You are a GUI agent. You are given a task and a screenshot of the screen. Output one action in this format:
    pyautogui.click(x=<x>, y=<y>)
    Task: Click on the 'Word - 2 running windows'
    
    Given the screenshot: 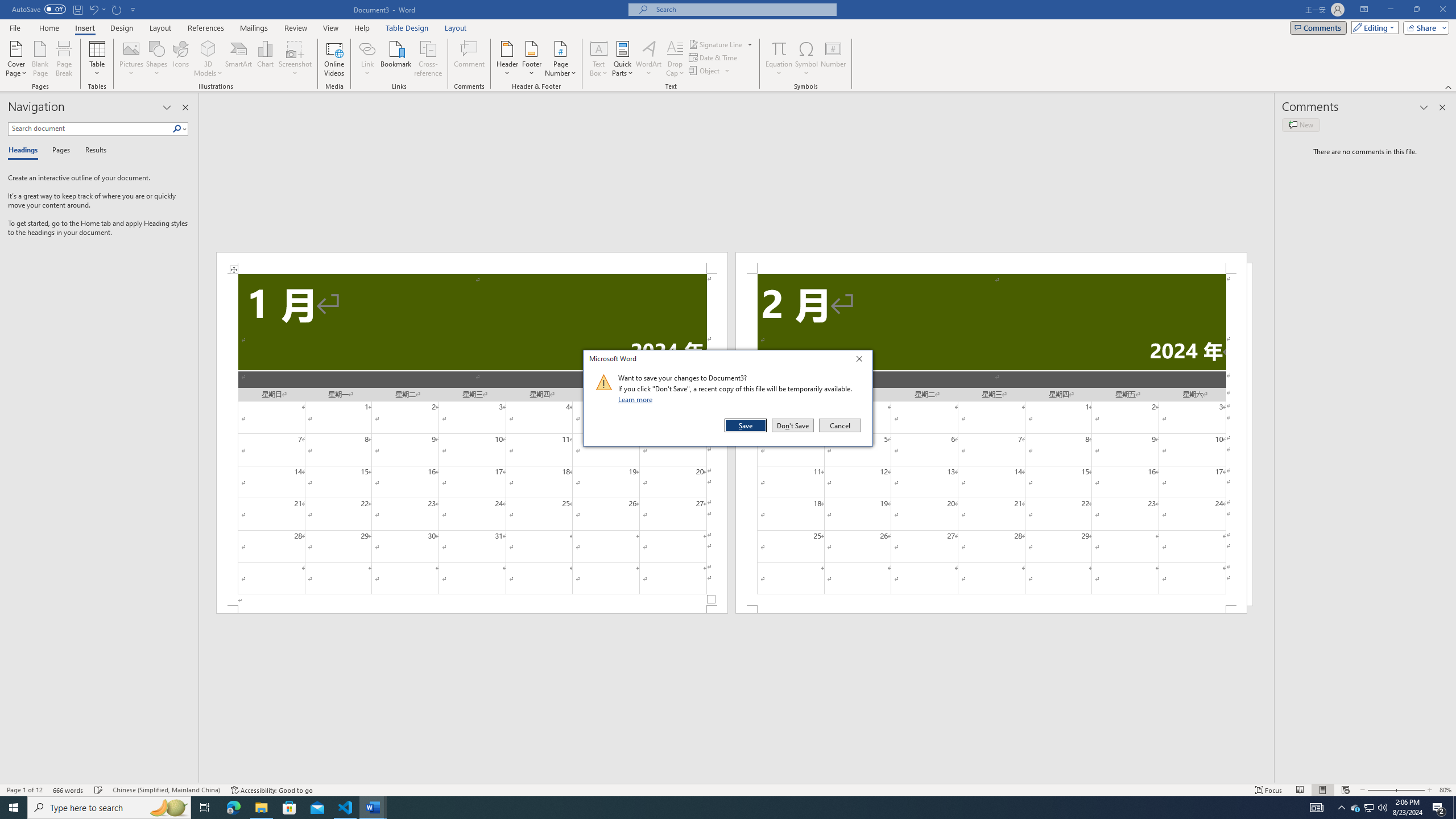 What is the action you would take?
    pyautogui.click(x=373, y=806)
    